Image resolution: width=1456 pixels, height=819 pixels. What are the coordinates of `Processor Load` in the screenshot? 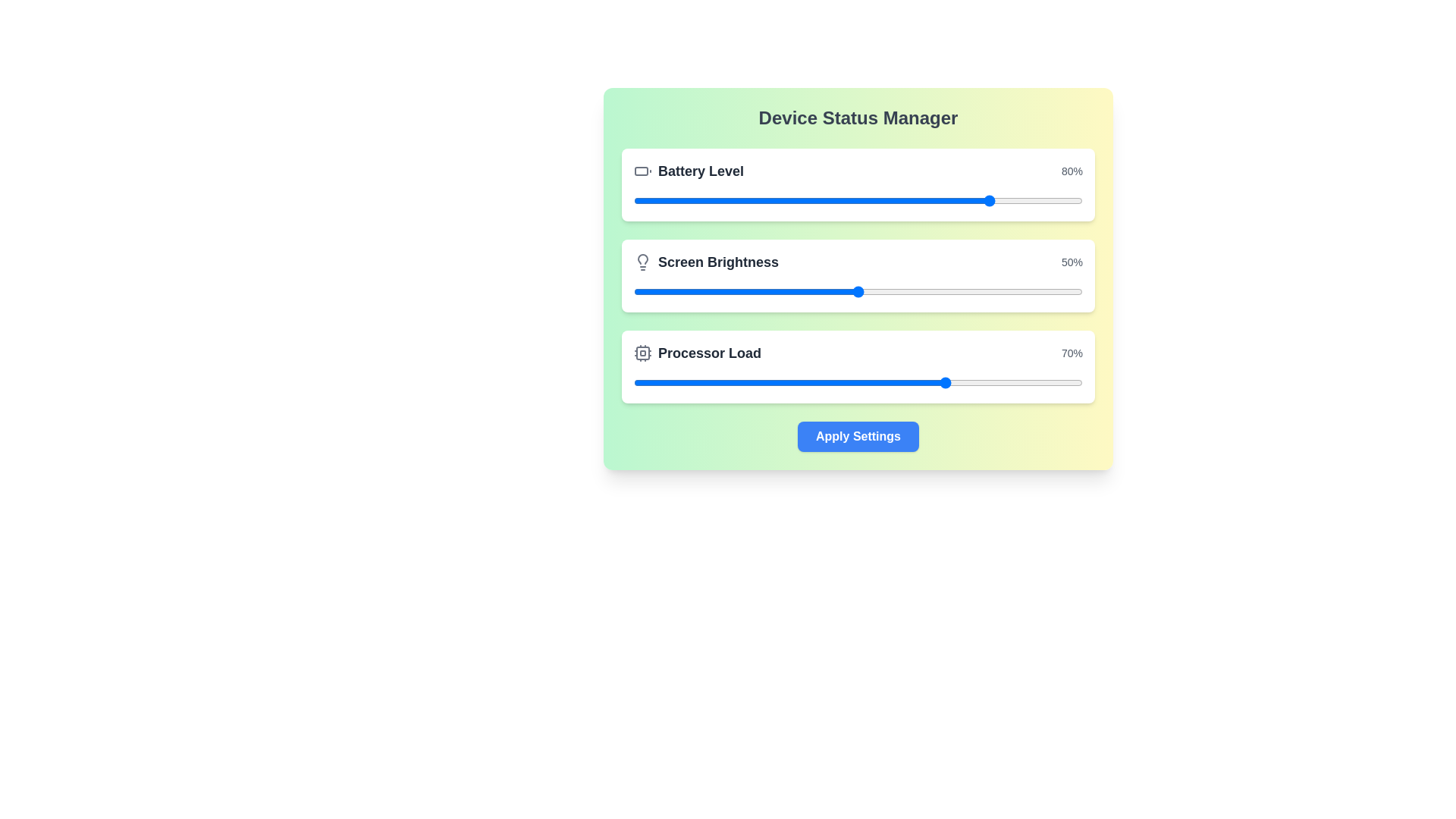 It's located at (867, 382).